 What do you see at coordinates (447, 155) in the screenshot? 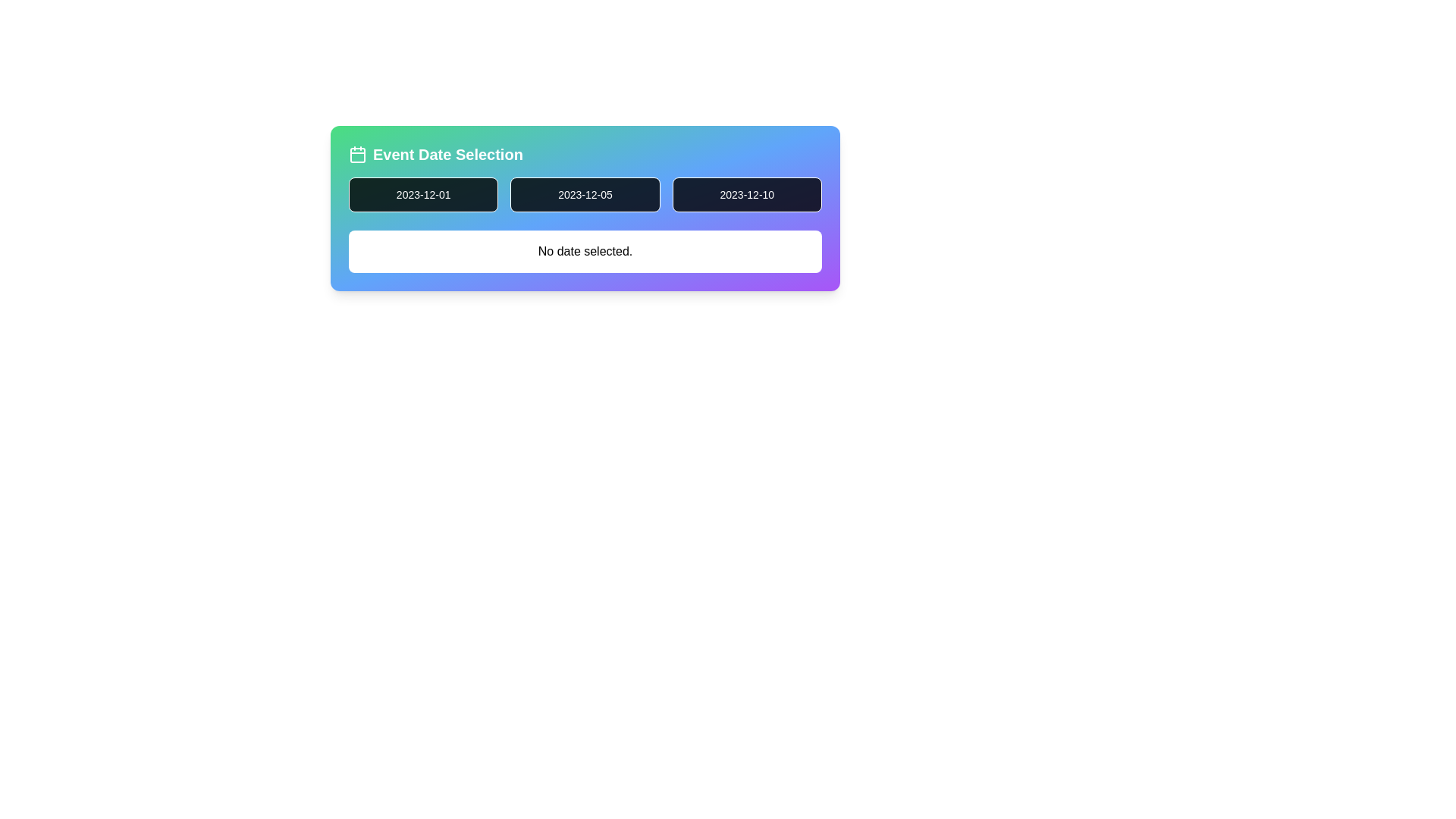
I see `the label indicating the functionality of selecting an event date, which is positioned in the top-left corner of a card-like group beside a calendar icon` at bounding box center [447, 155].